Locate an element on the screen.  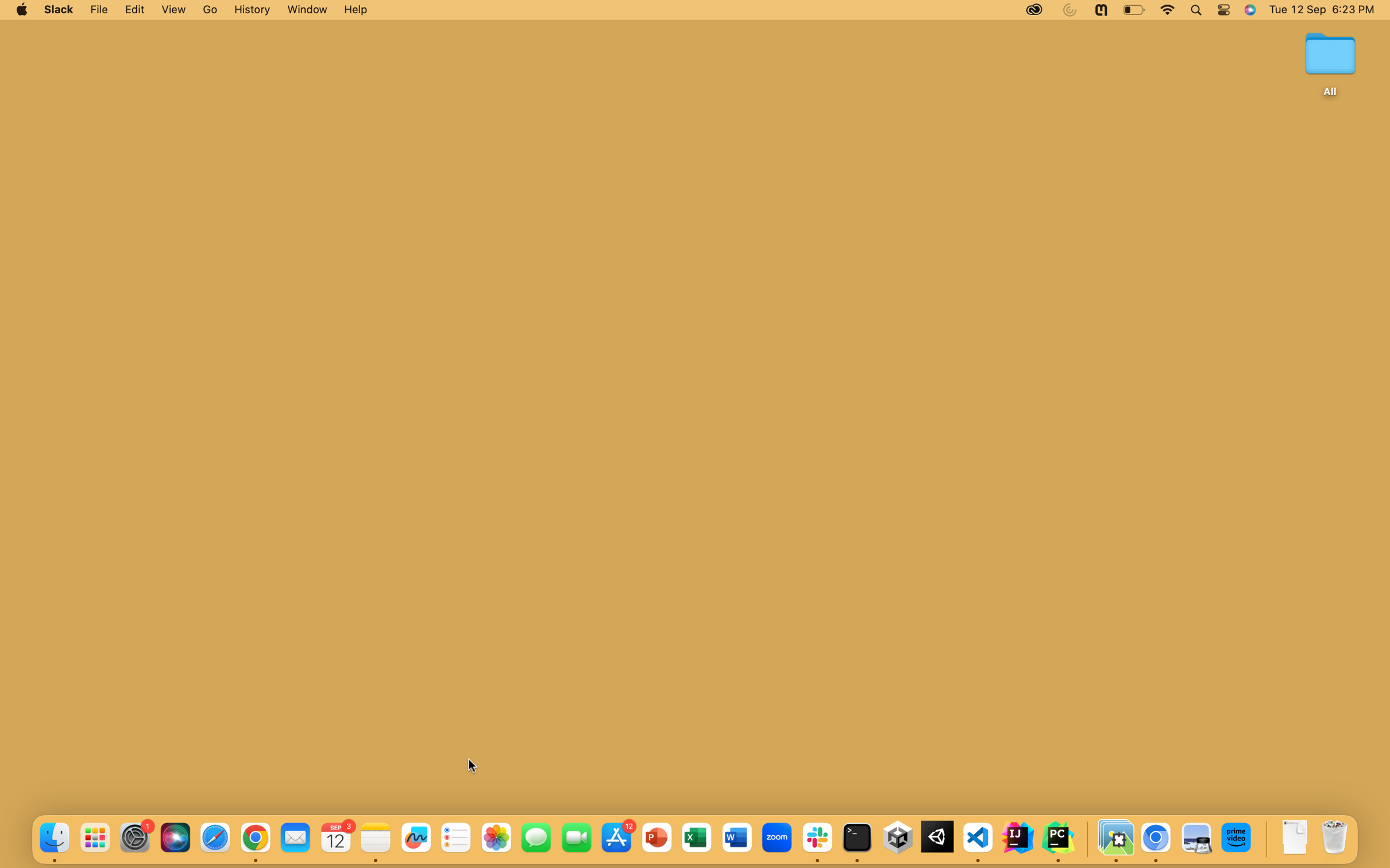
the Window Options menu is located at coordinates (305, 10).